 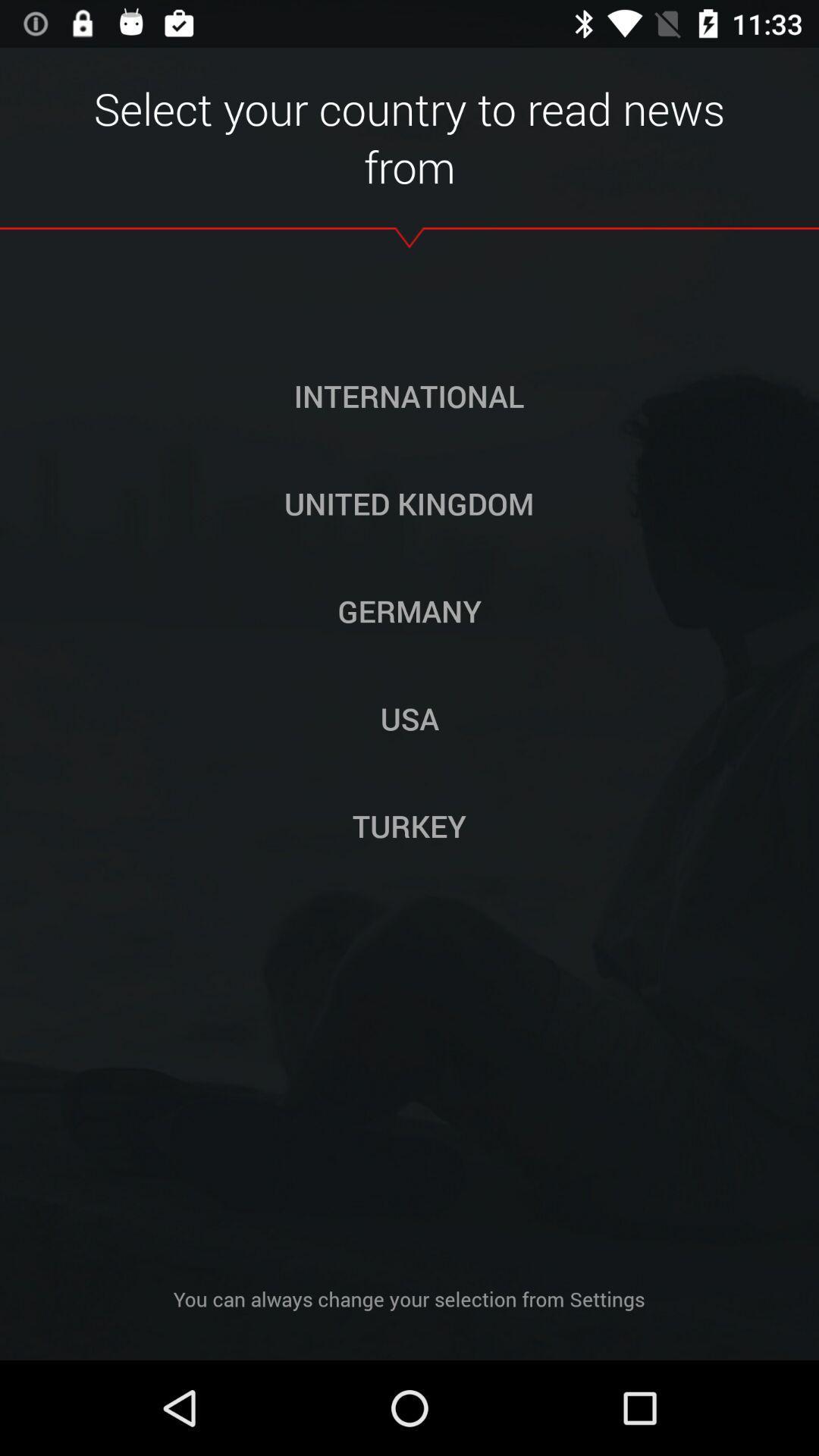 I want to click on icon below the germany icon, so click(x=409, y=717).